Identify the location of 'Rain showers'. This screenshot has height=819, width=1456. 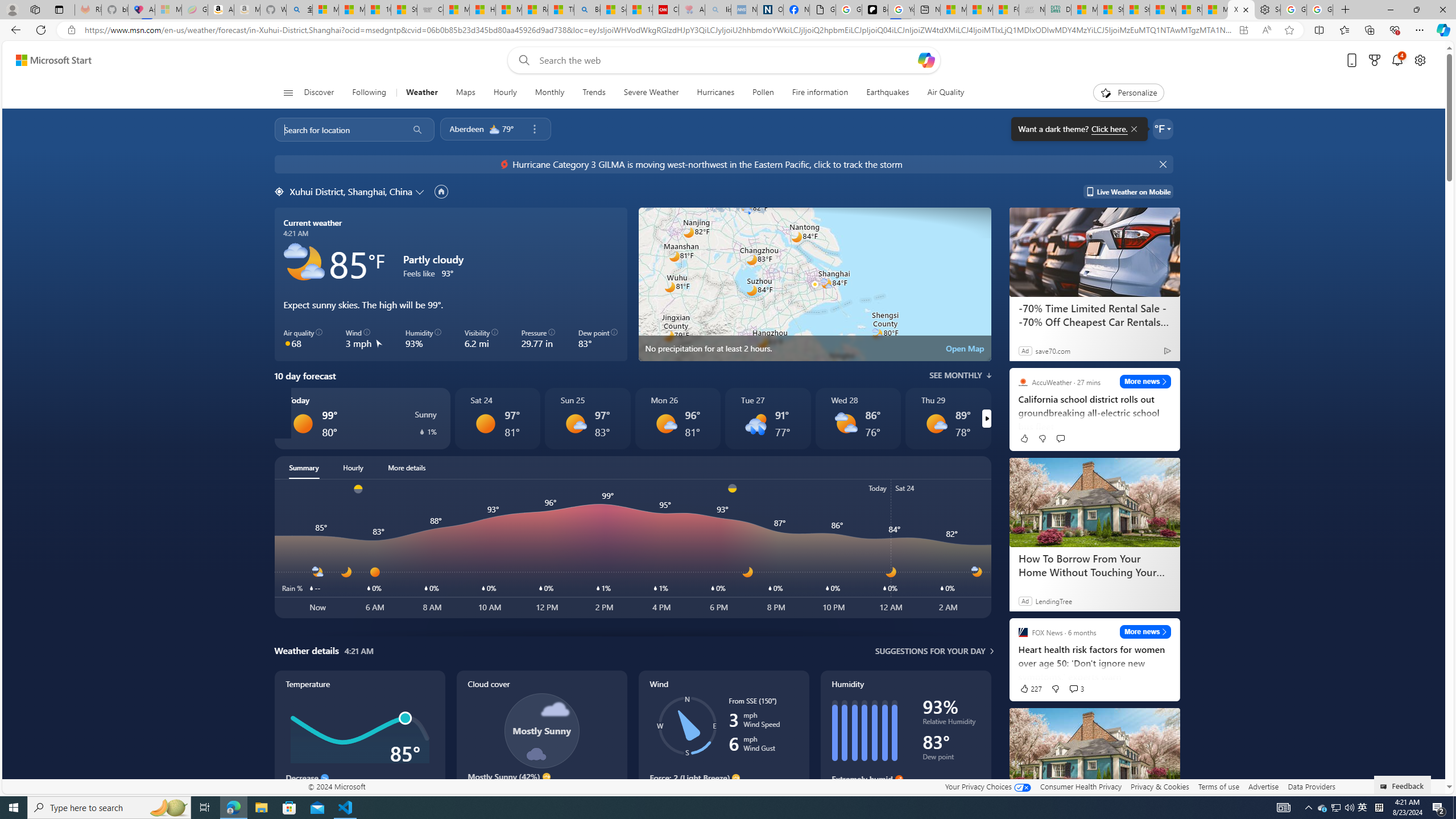
(755, 423).